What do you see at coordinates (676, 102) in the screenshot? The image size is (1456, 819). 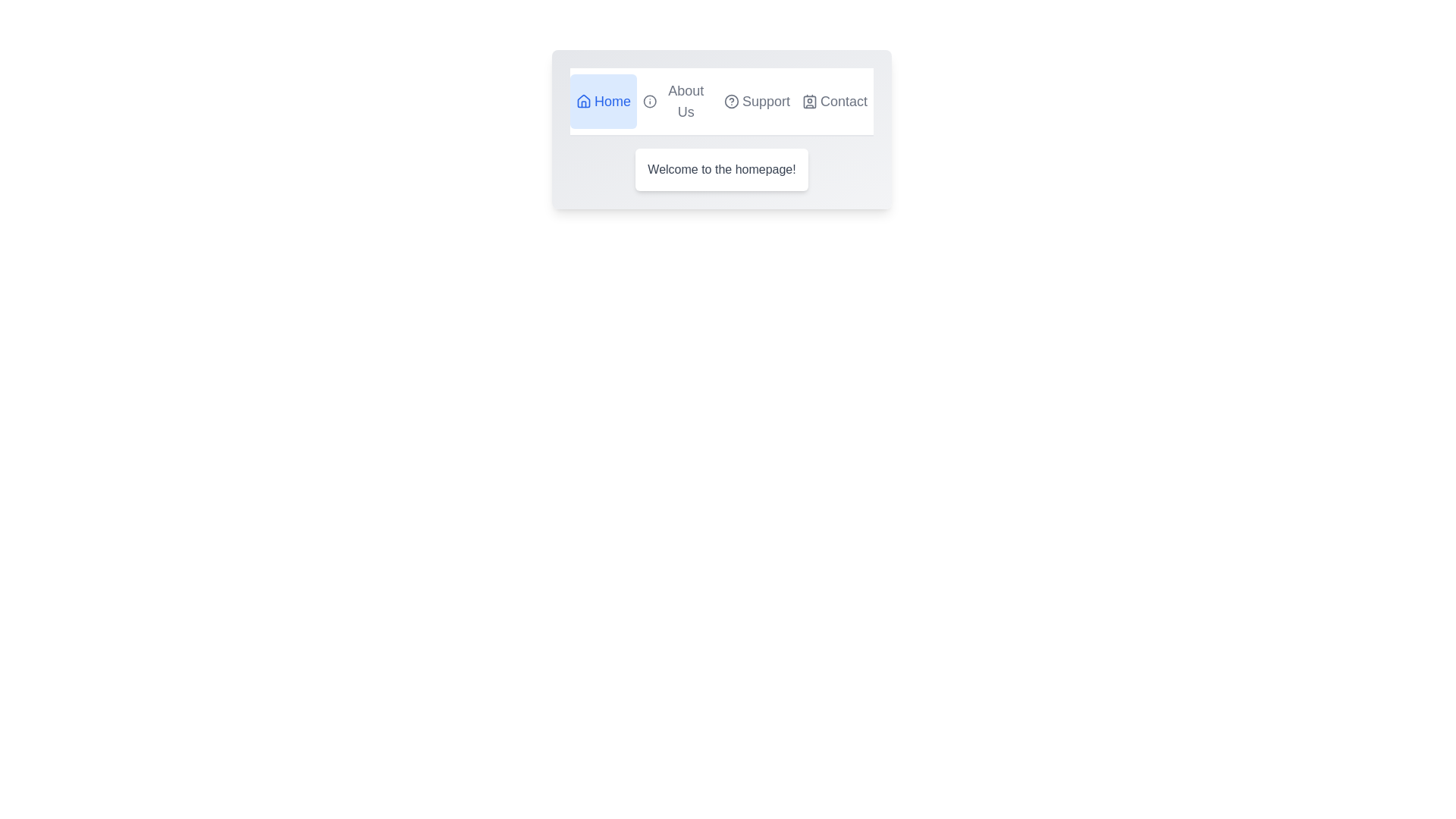 I see `the tab labeled 'About Us' to preview its hover effect` at bounding box center [676, 102].